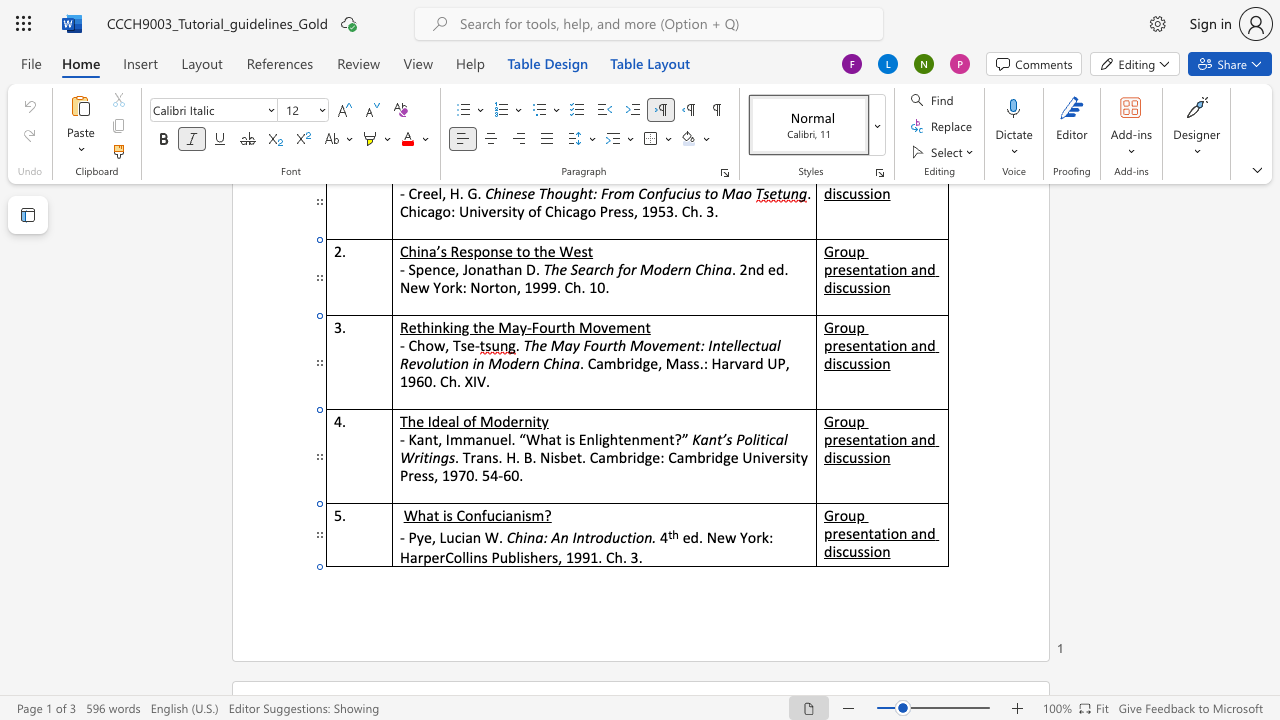  Describe the element at coordinates (636, 557) in the screenshot. I see `the space between the continuous character "3" and "." in the text` at that location.